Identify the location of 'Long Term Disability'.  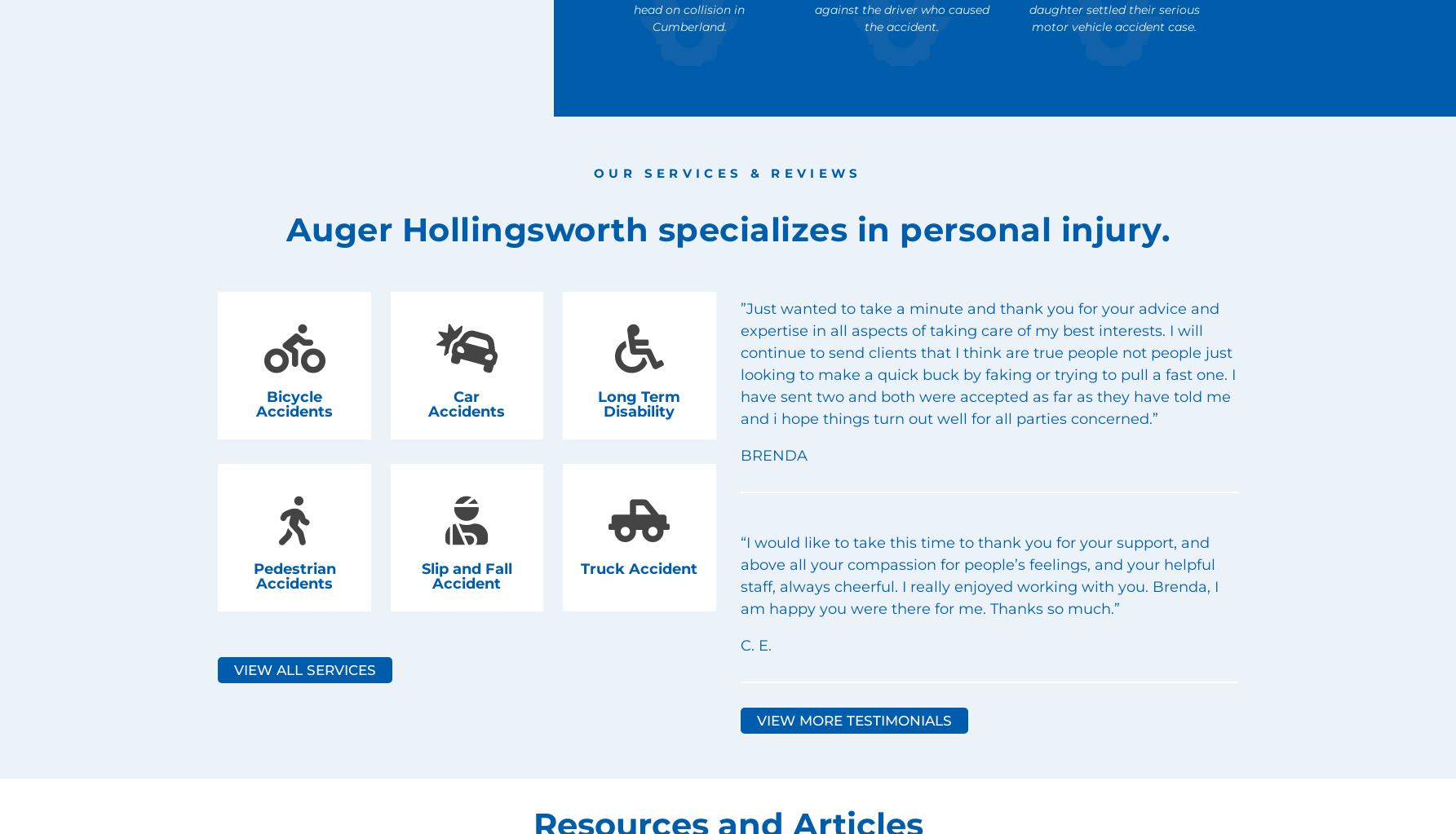
(639, 404).